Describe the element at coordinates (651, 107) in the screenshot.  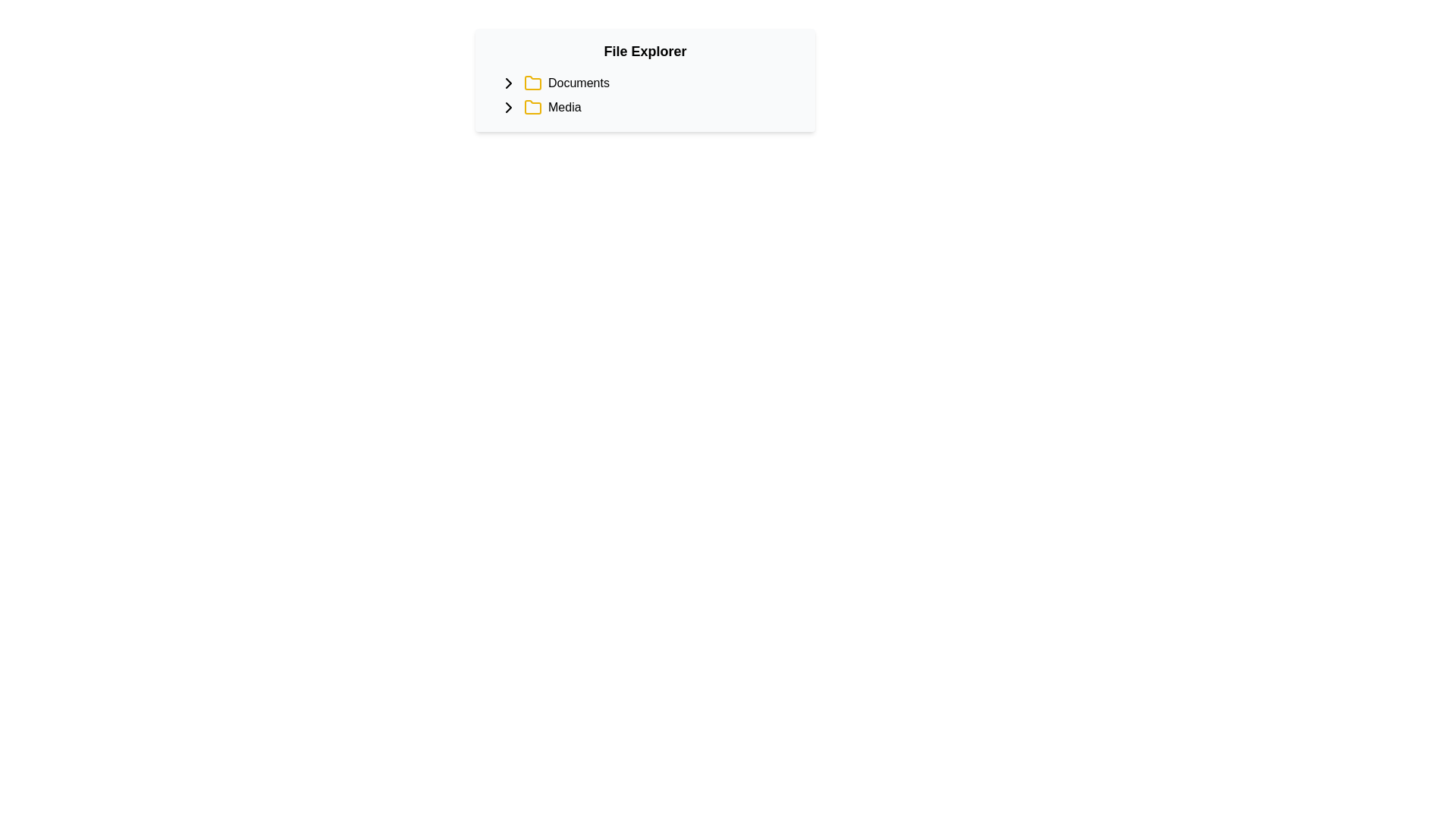
I see `the second list item component in the vertical list that serves as a navigational link to 'Media' content, located directly below 'Documents'` at that location.